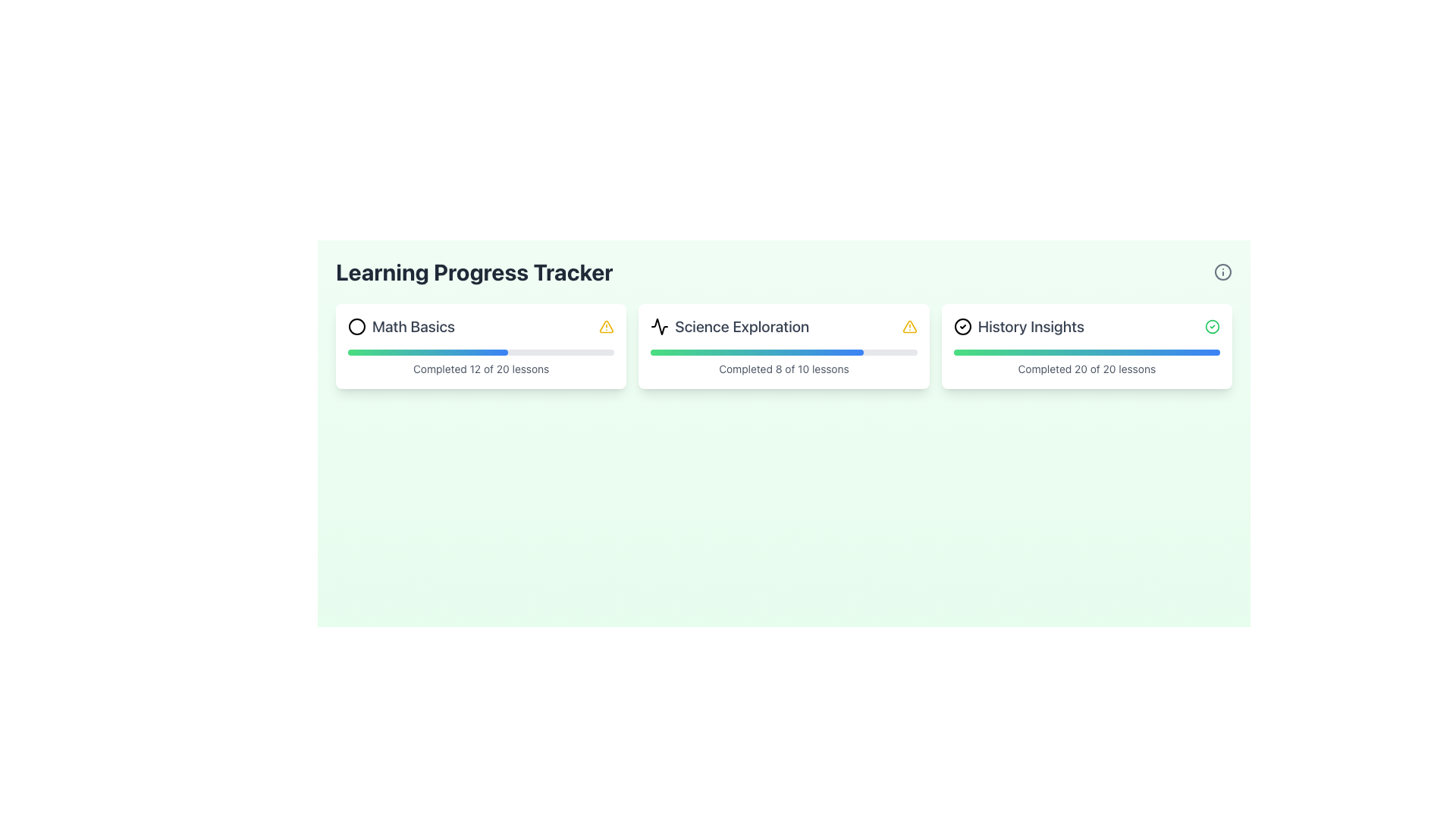 This screenshot has width=1456, height=819. Describe the element at coordinates (730, 326) in the screenshot. I see `the 'Science Exploration' label with an icon, which is centrally located in the second card of the 'Learning Progress Tracker' section, positioned between the 'Math Basics' and 'History Insights' cards` at that location.